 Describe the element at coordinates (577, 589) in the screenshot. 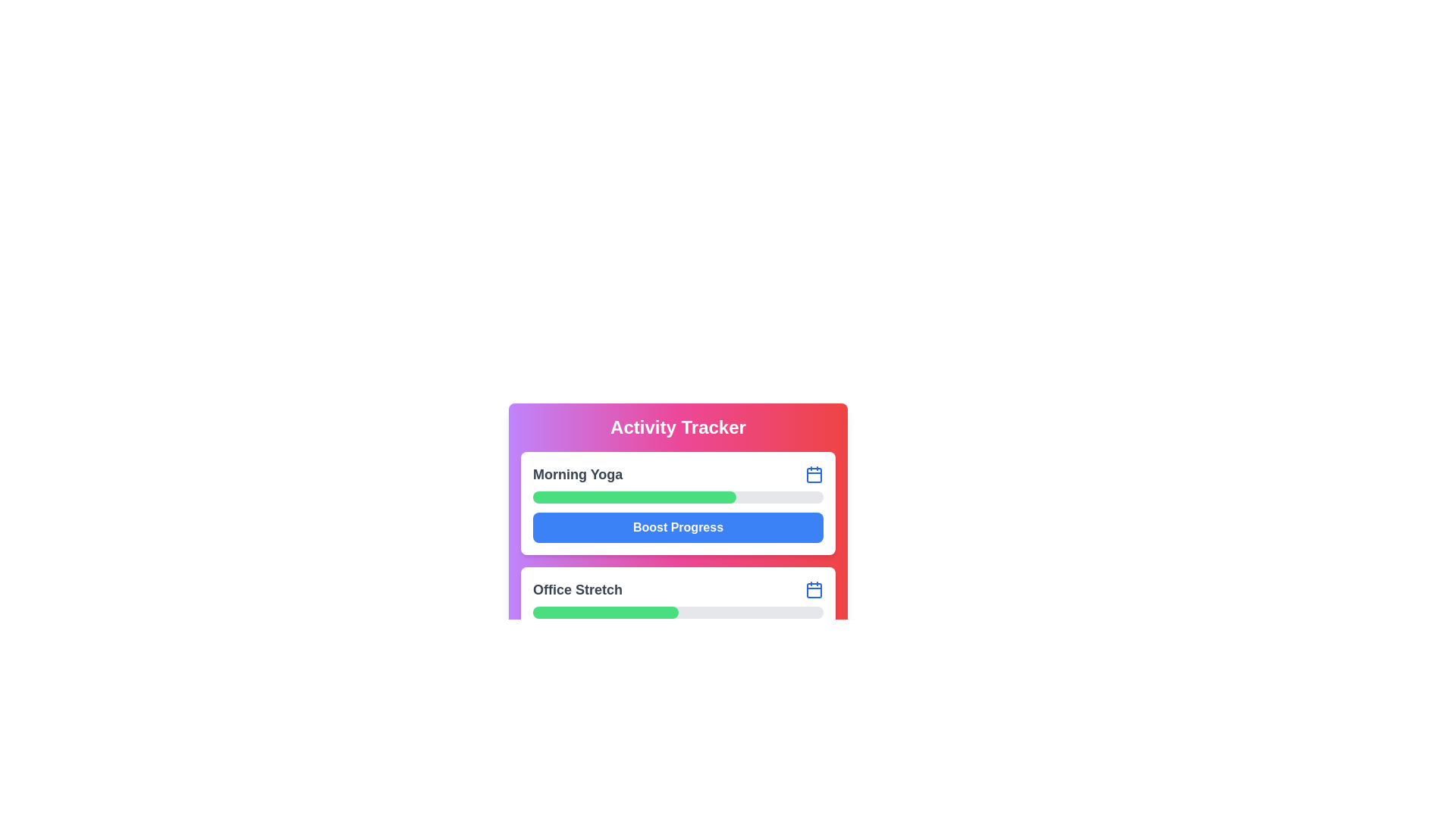

I see `the bold-text title 'Office Stretch' located in the second row of the 'Activity Tracker' card, positioned to the left of its respective icon` at that location.